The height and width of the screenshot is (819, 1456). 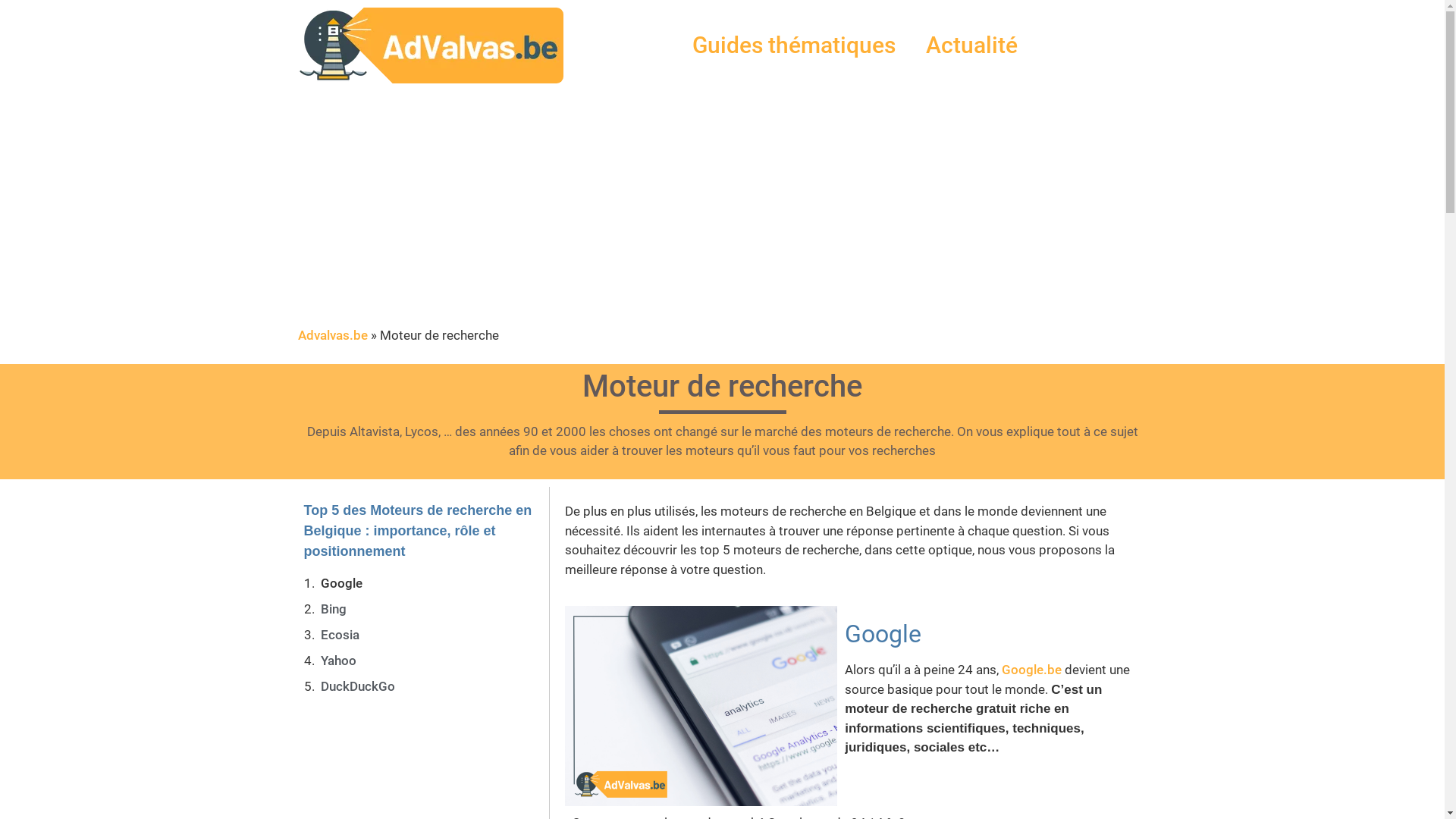 What do you see at coordinates (331, 334) in the screenshot?
I see `'Advalvas.be'` at bounding box center [331, 334].